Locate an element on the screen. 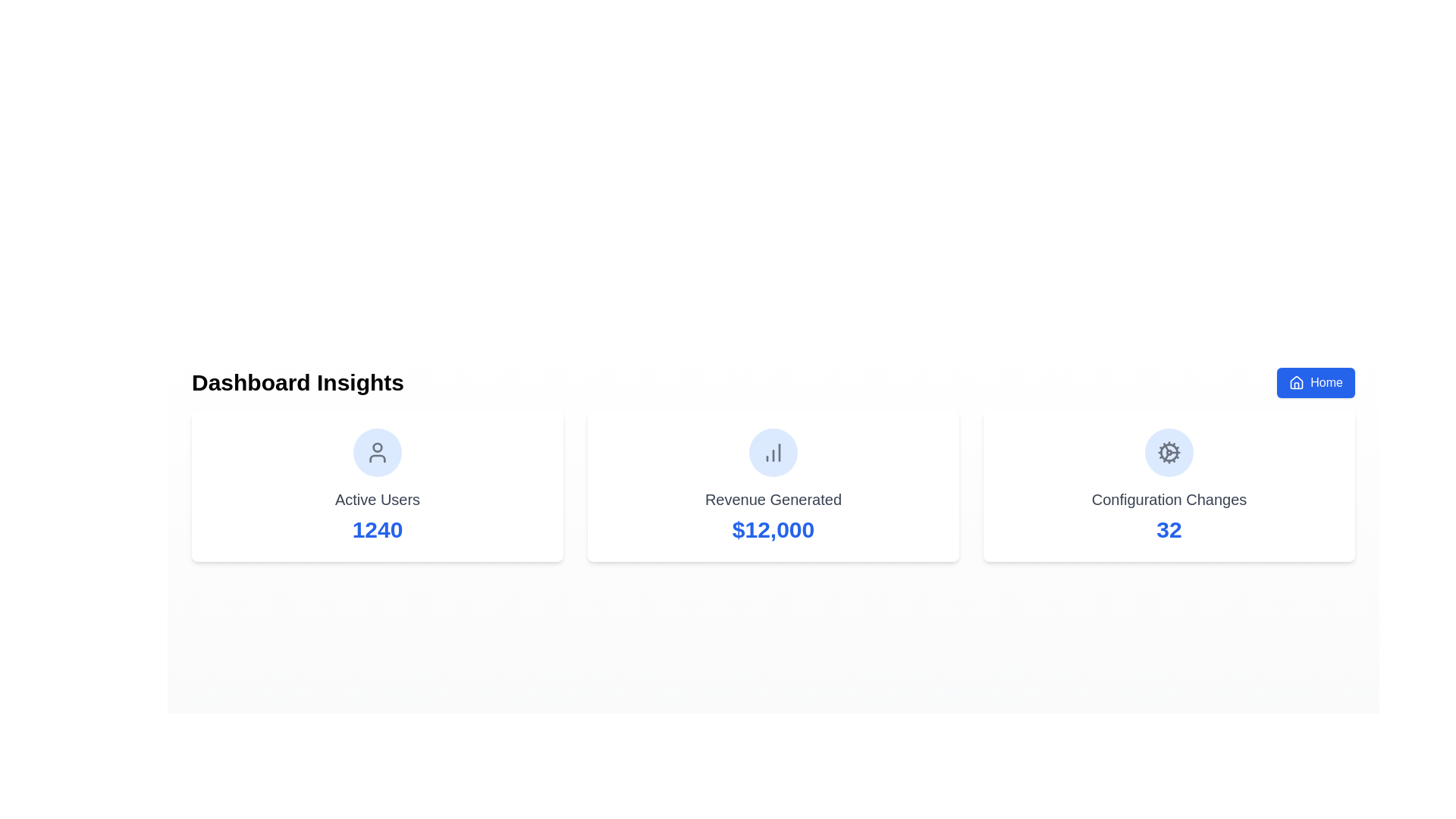 The height and width of the screenshot is (819, 1456). the text label indicating 'Configuration Changes' which is located in the third card from the left, positioned below a cogwheel icon and above the number '32' is located at coordinates (1168, 500).